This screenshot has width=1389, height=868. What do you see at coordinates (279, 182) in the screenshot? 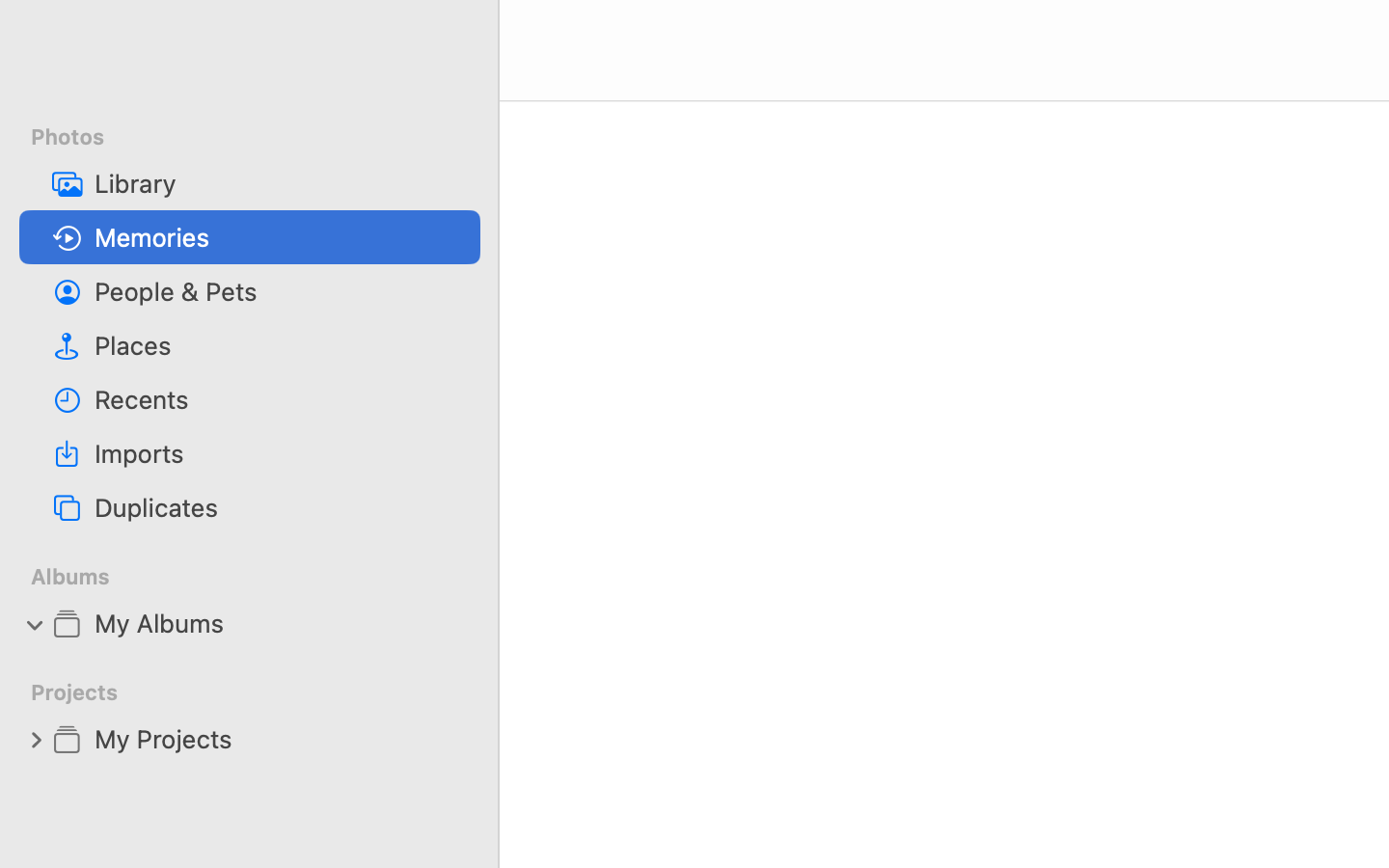
I see `'Library'` at bounding box center [279, 182].